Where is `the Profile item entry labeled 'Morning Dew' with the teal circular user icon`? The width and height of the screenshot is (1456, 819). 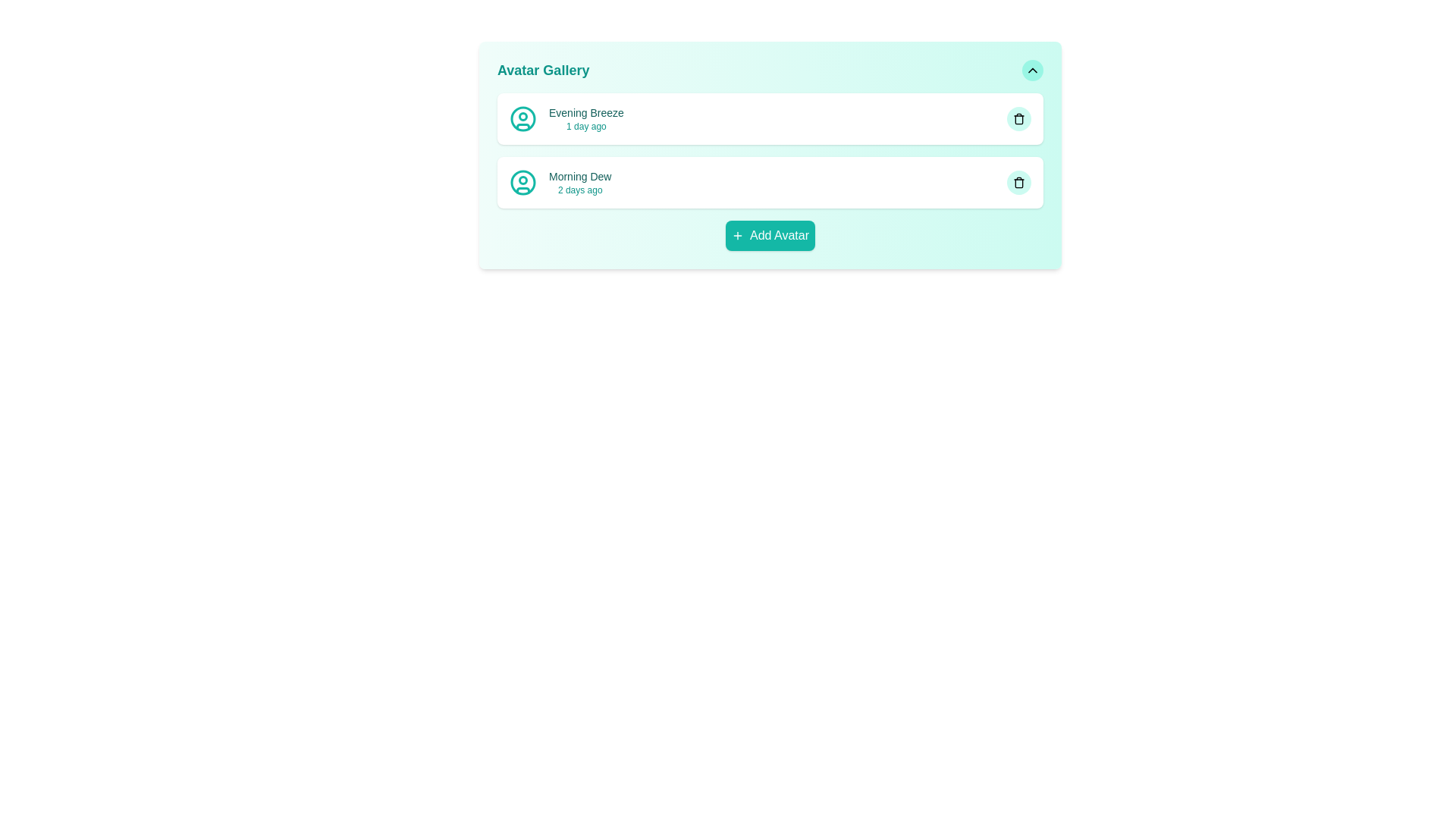 the Profile item entry labeled 'Morning Dew' with the teal circular user icon is located at coordinates (560, 181).